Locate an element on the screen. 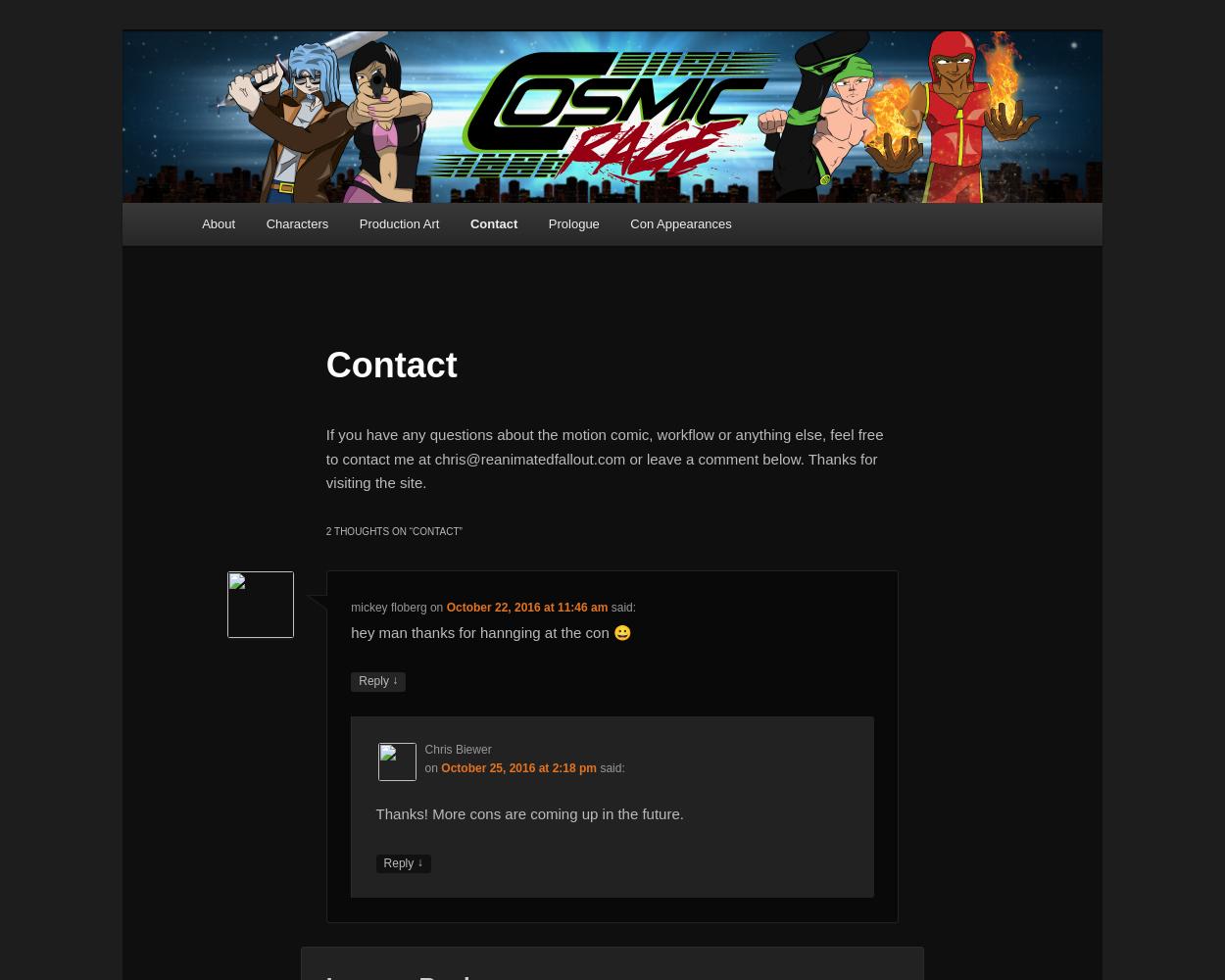 This screenshot has width=1225, height=980. 'October 22, 2016 at 11:46 am' is located at coordinates (526, 607).